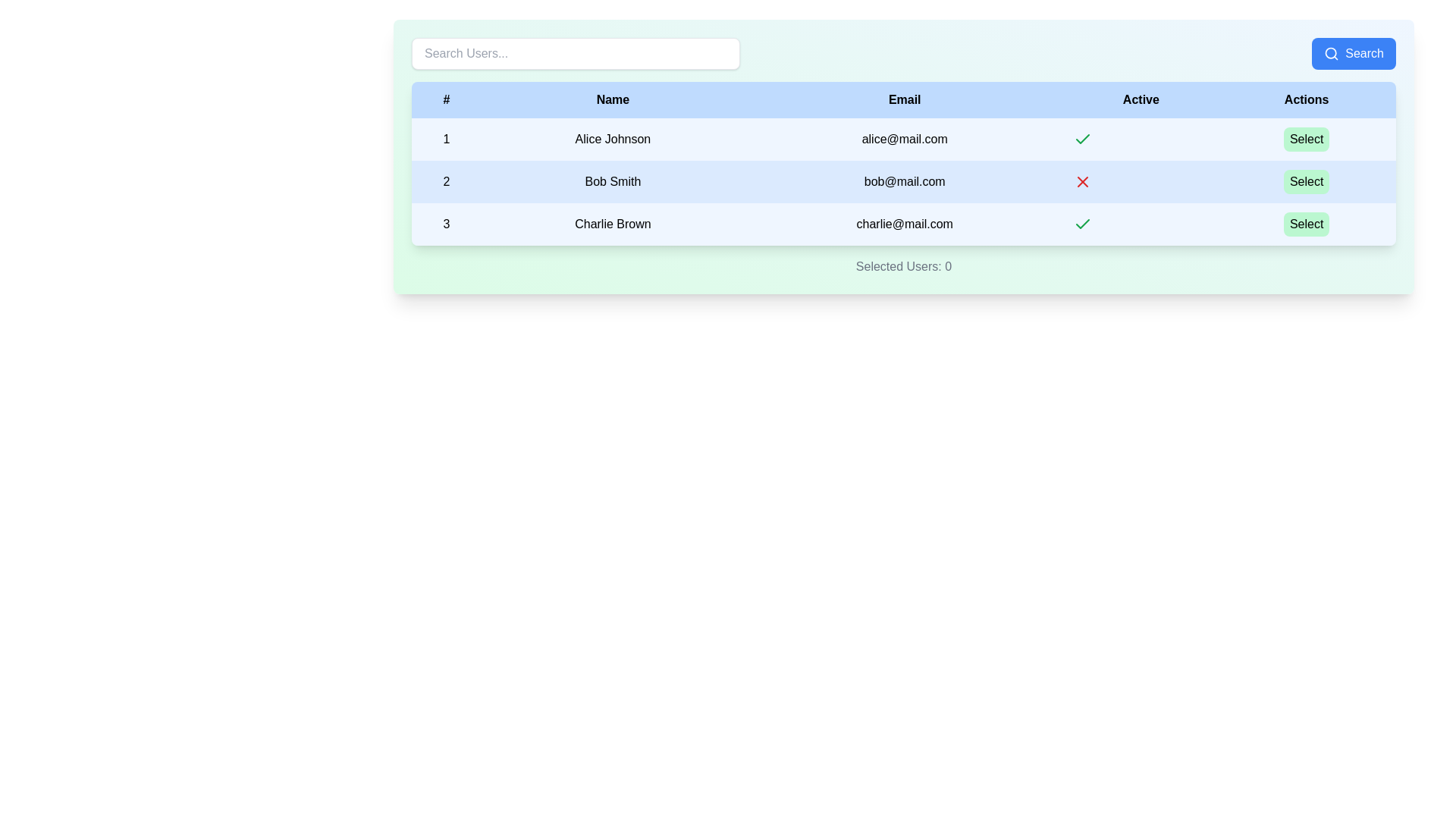  Describe the element at coordinates (1306, 140) in the screenshot. I see `the actionable button in the 'Actions' column of the table that corresponds to 'Alice Johnson' in row labeled '1'` at that location.